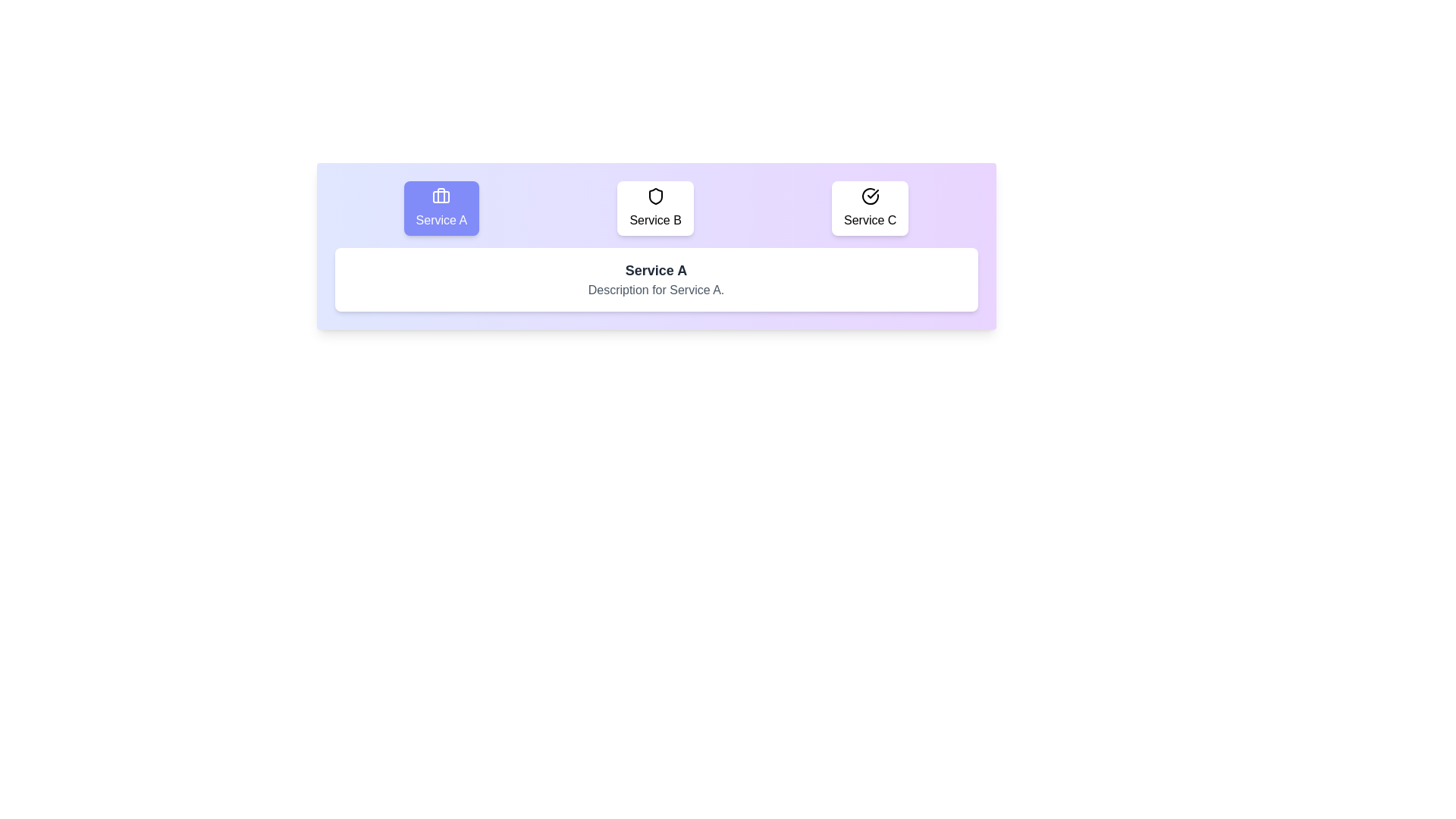 This screenshot has width=1456, height=819. What do you see at coordinates (655, 195) in the screenshot?
I see `the primary icon representing 'Service B' located centrally above its label` at bounding box center [655, 195].